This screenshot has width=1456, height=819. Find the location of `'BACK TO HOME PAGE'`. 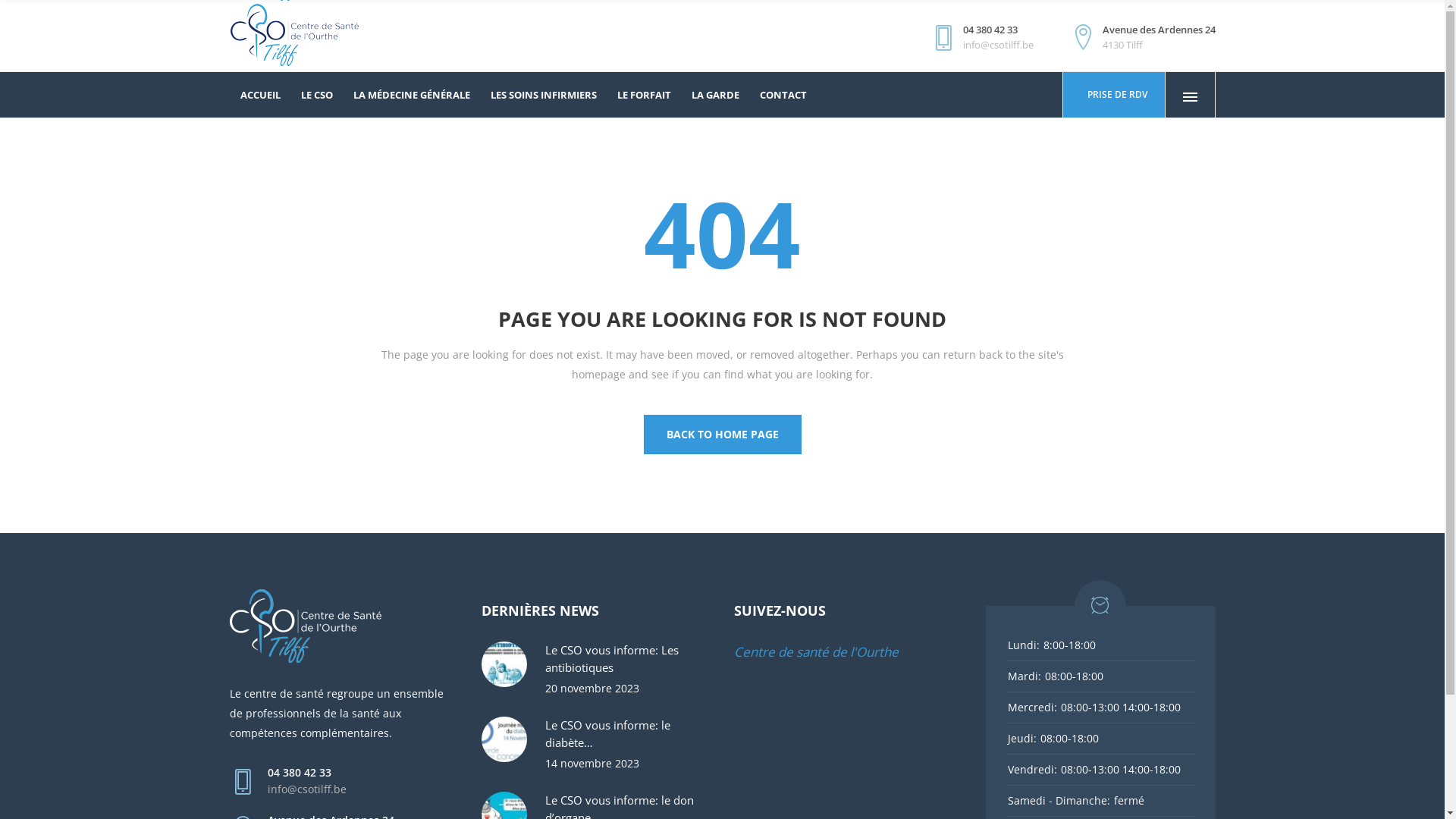

'BACK TO HOME PAGE' is located at coordinates (720, 435).